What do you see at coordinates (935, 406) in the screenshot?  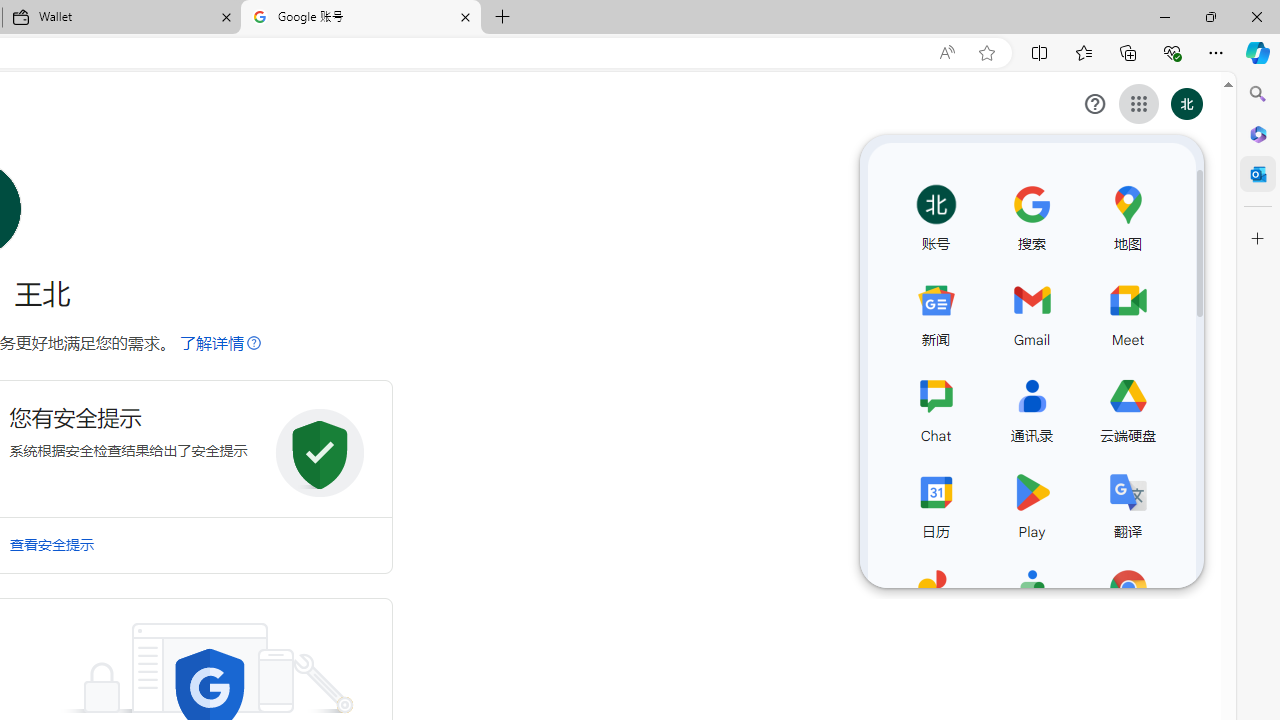 I see `'Chat'` at bounding box center [935, 406].